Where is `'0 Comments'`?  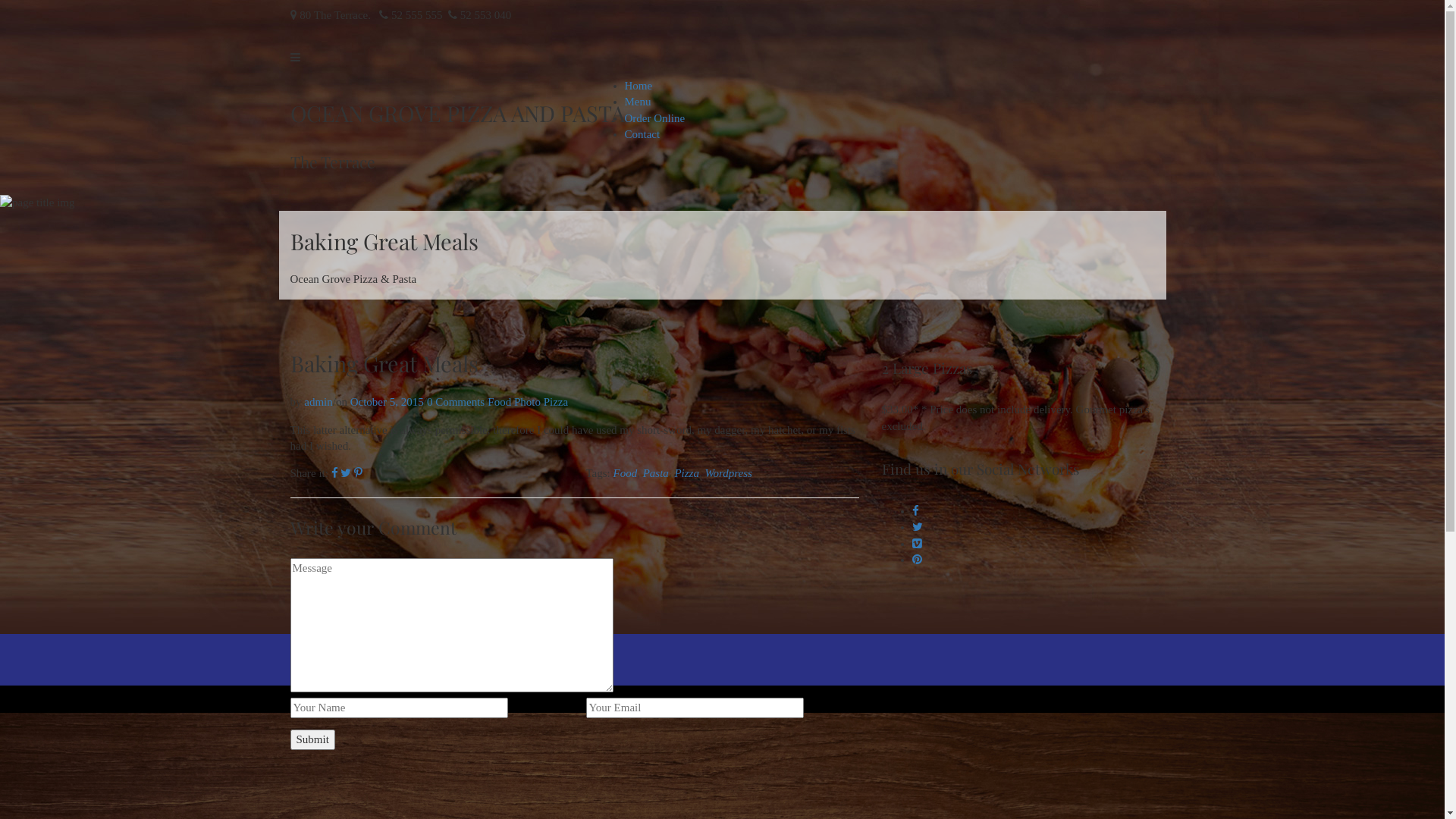
'0 Comments' is located at coordinates (454, 400).